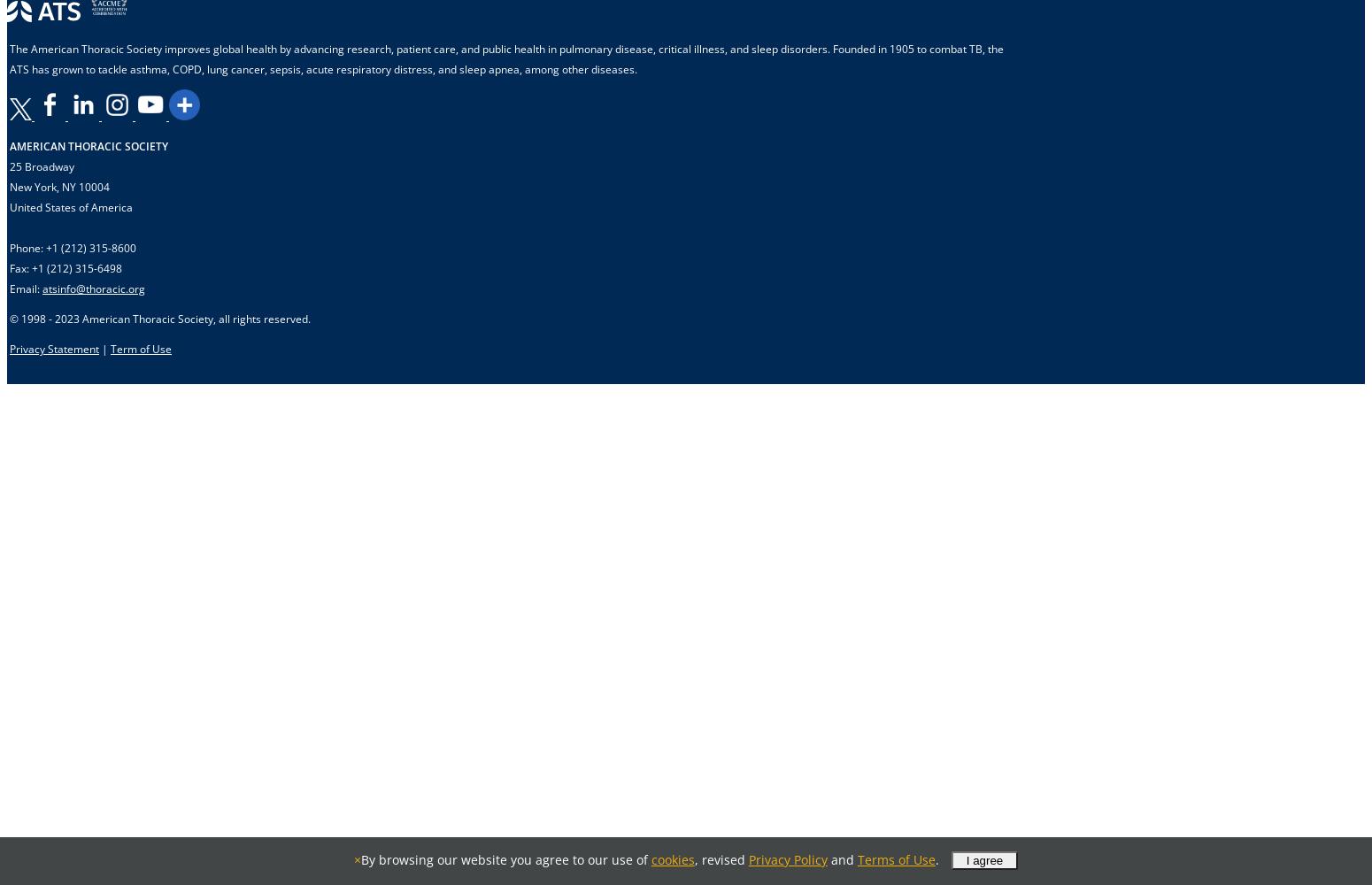  I want to click on 'cookies', so click(672, 858).